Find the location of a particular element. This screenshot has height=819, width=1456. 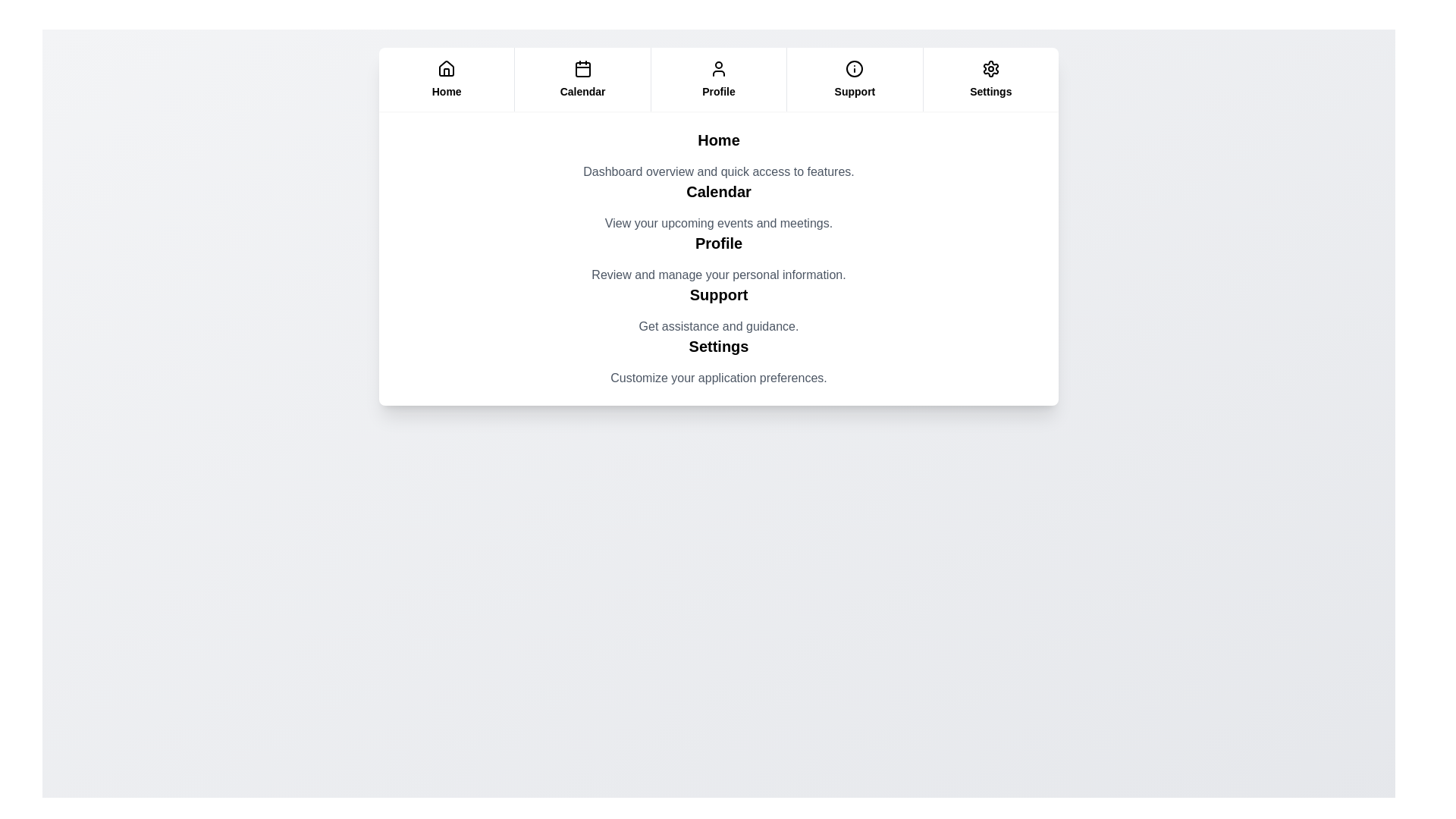

the 'Settings' icon located in the upper-right corner of the navigation bar, which is positioned to the right of the 'Support' tab is located at coordinates (990, 69).